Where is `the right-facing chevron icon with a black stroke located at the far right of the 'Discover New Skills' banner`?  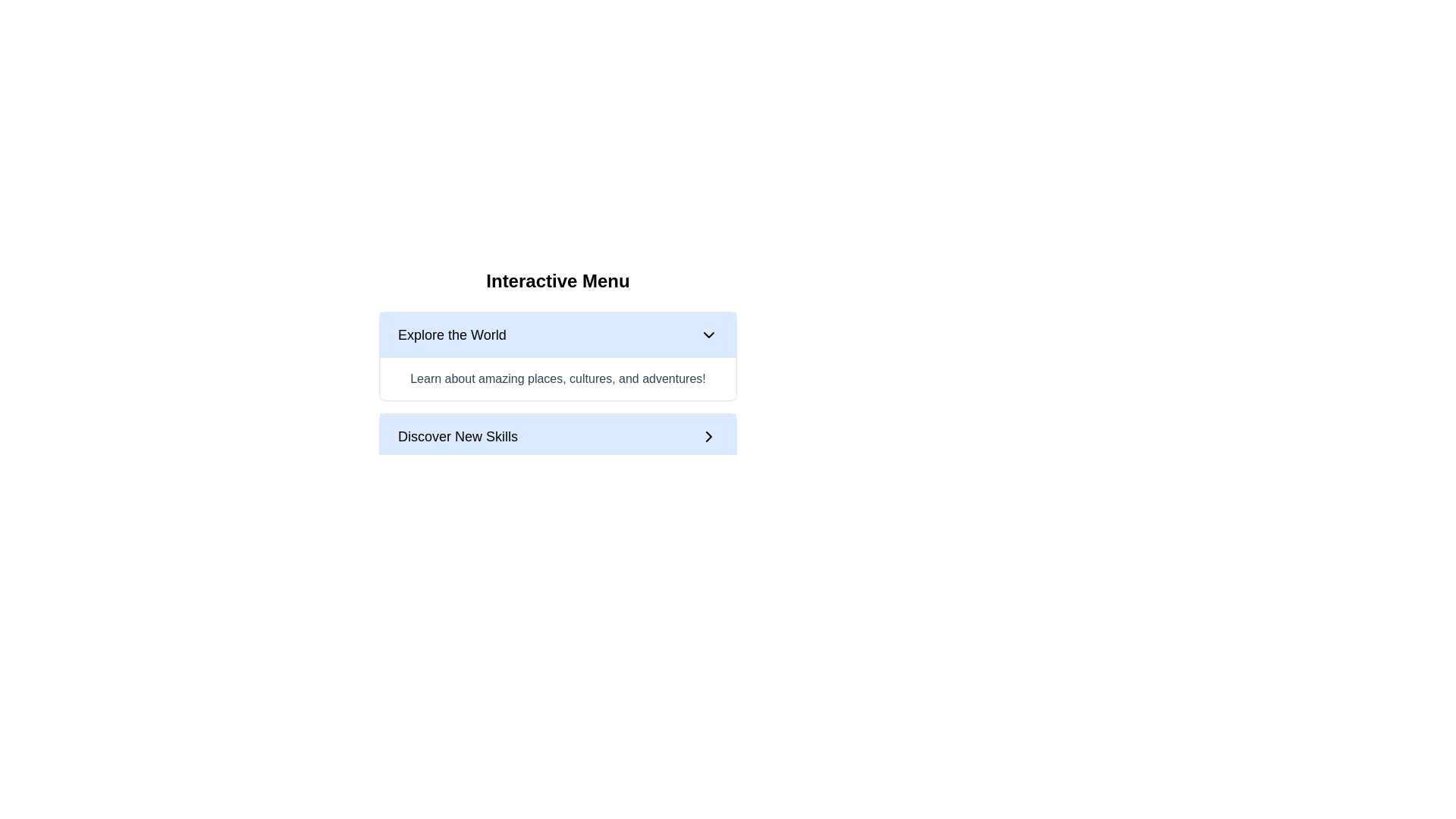
the right-facing chevron icon with a black stroke located at the far right of the 'Discover New Skills' banner is located at coordinates (708, 436).